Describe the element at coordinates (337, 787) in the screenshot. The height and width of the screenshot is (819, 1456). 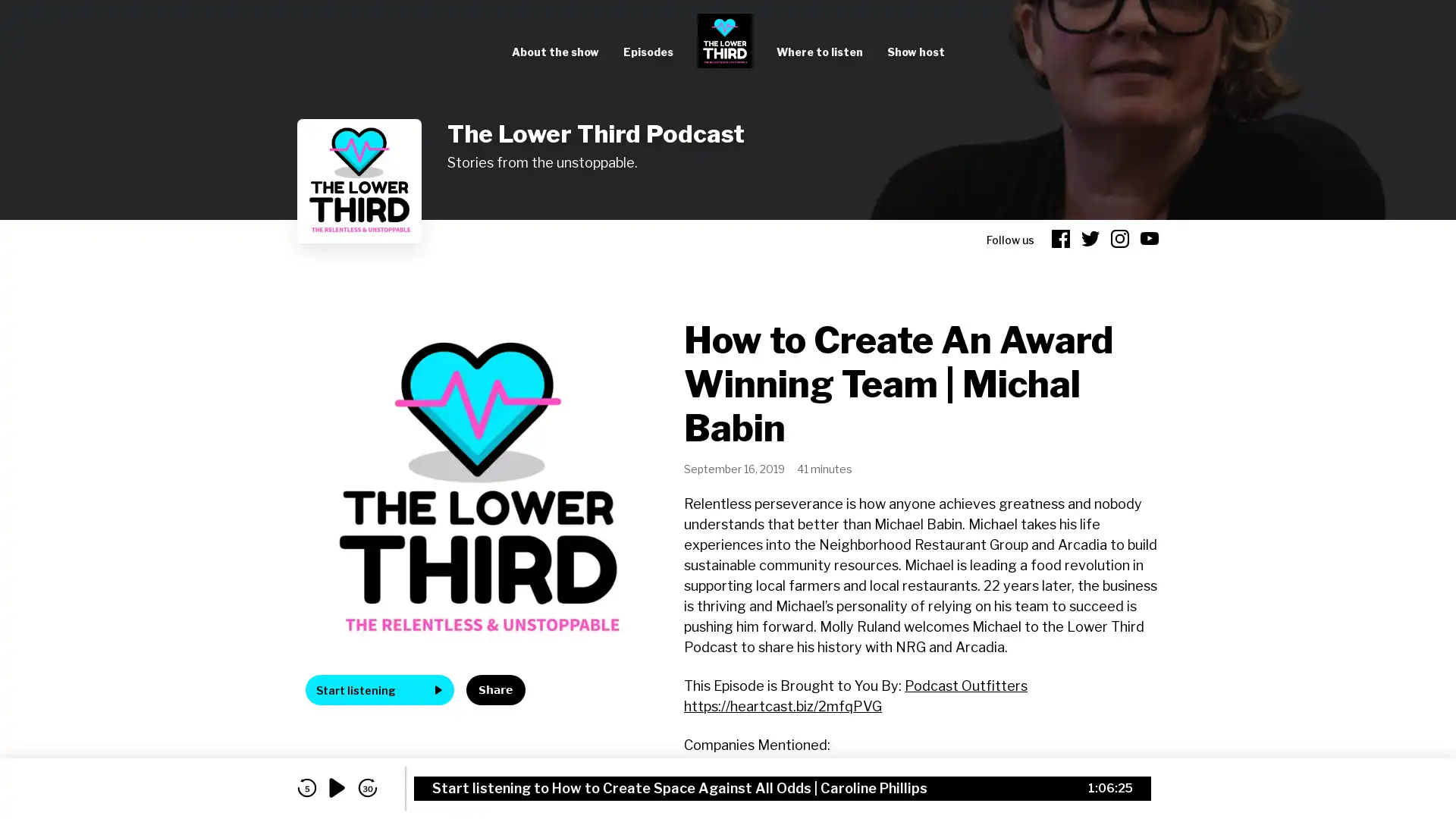
I see `play audio` at that location.